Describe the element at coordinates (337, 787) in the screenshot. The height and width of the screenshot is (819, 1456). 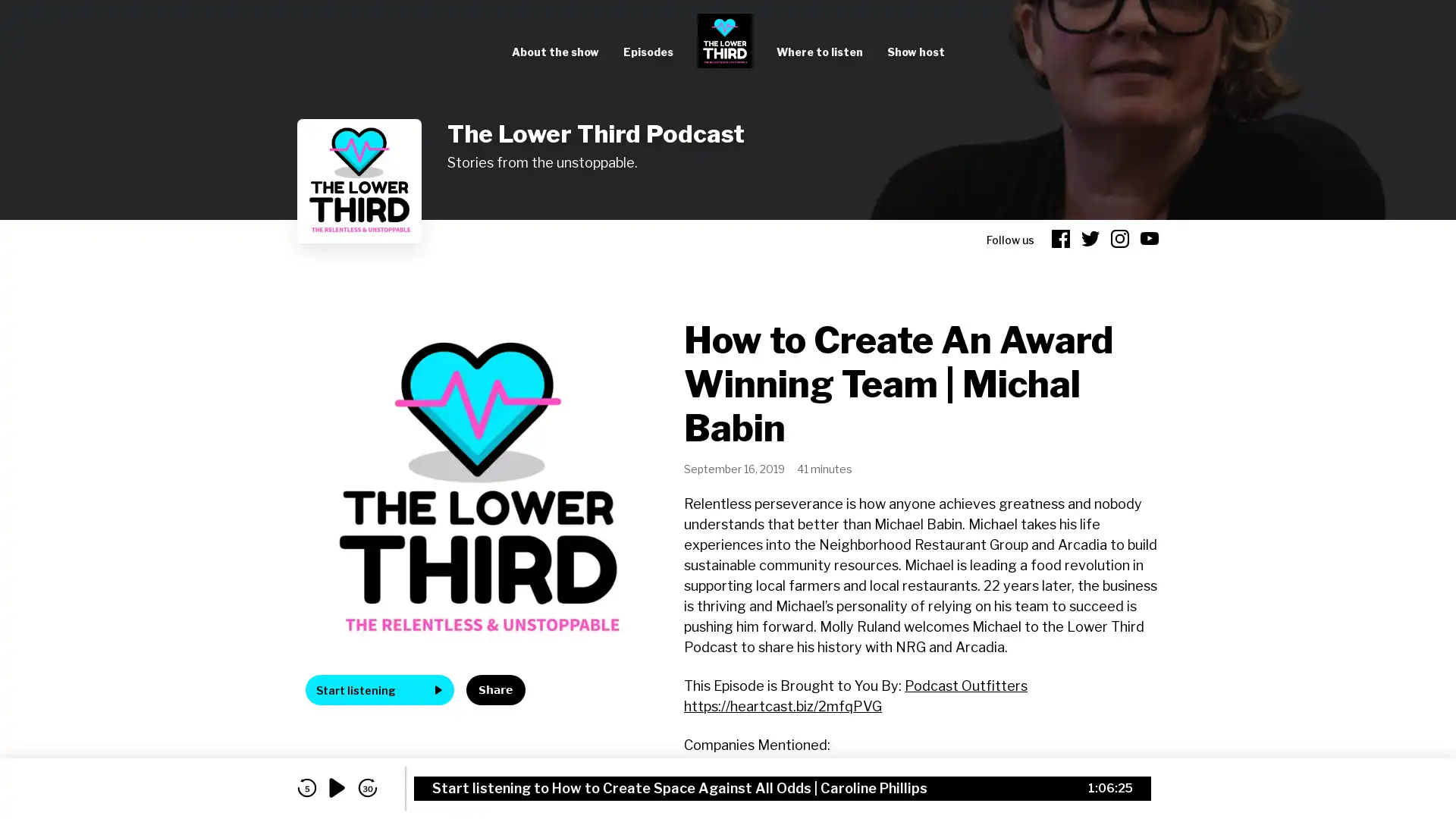
I see `play audio` at that location.